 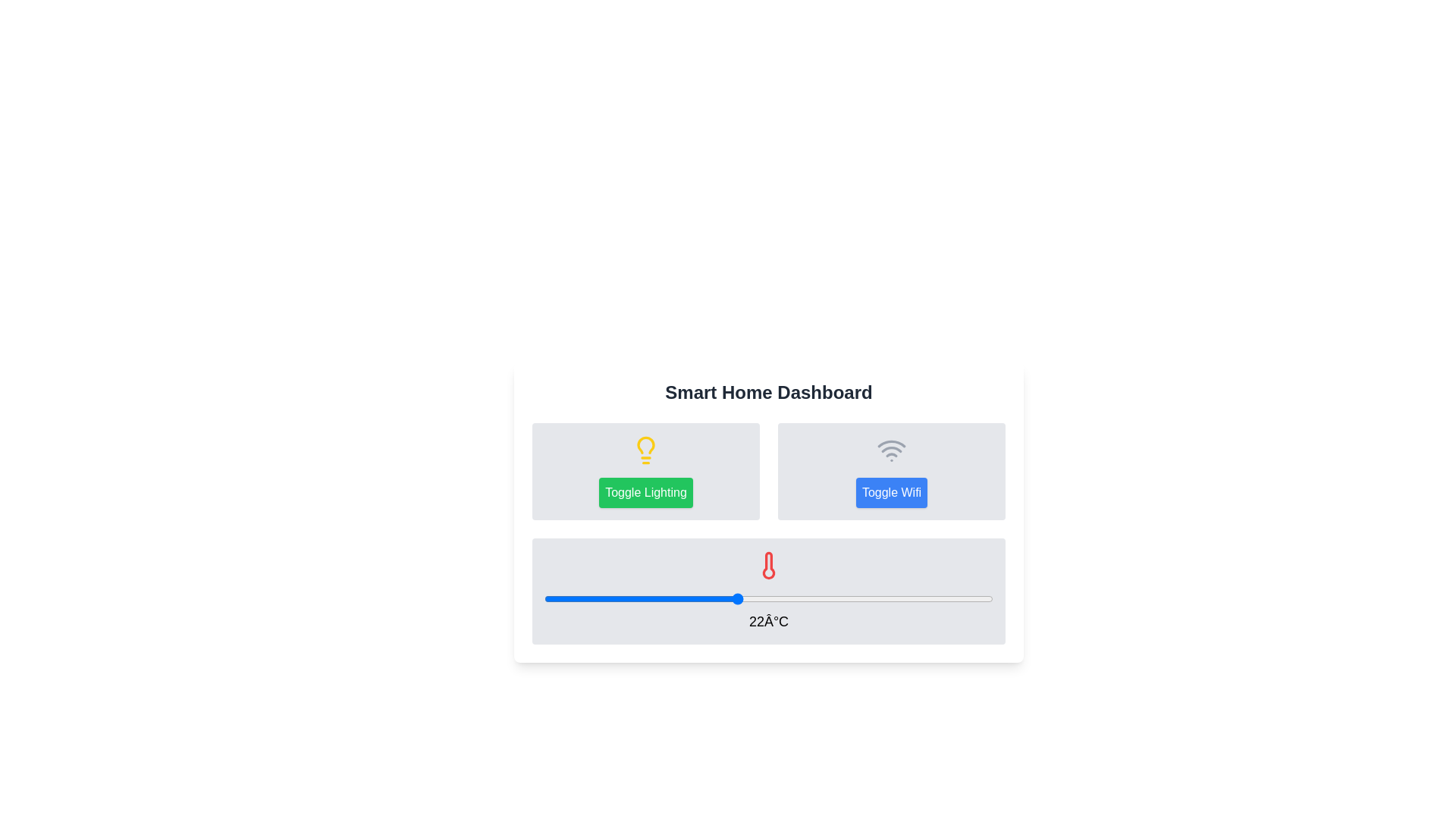 I want to click on the temperature, so click(x=672, y=598).